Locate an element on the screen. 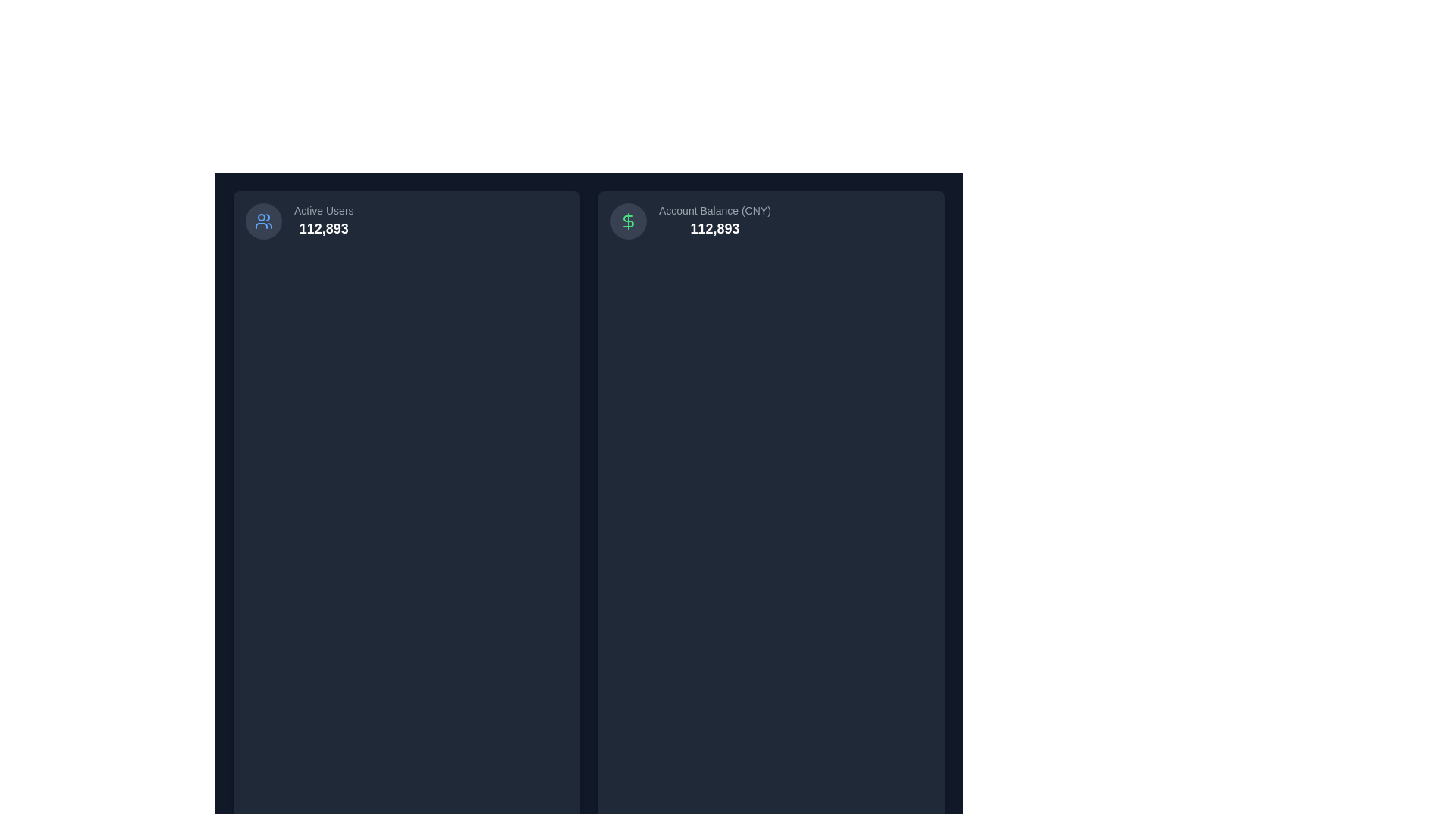 The width and height of the screenshot is (1456, 819). the text label displaying 'Account Balance (CNY)' which is located at the top of a box containing a numerical value, styled in gray color on a dark background is located at coordinates (714, 210).